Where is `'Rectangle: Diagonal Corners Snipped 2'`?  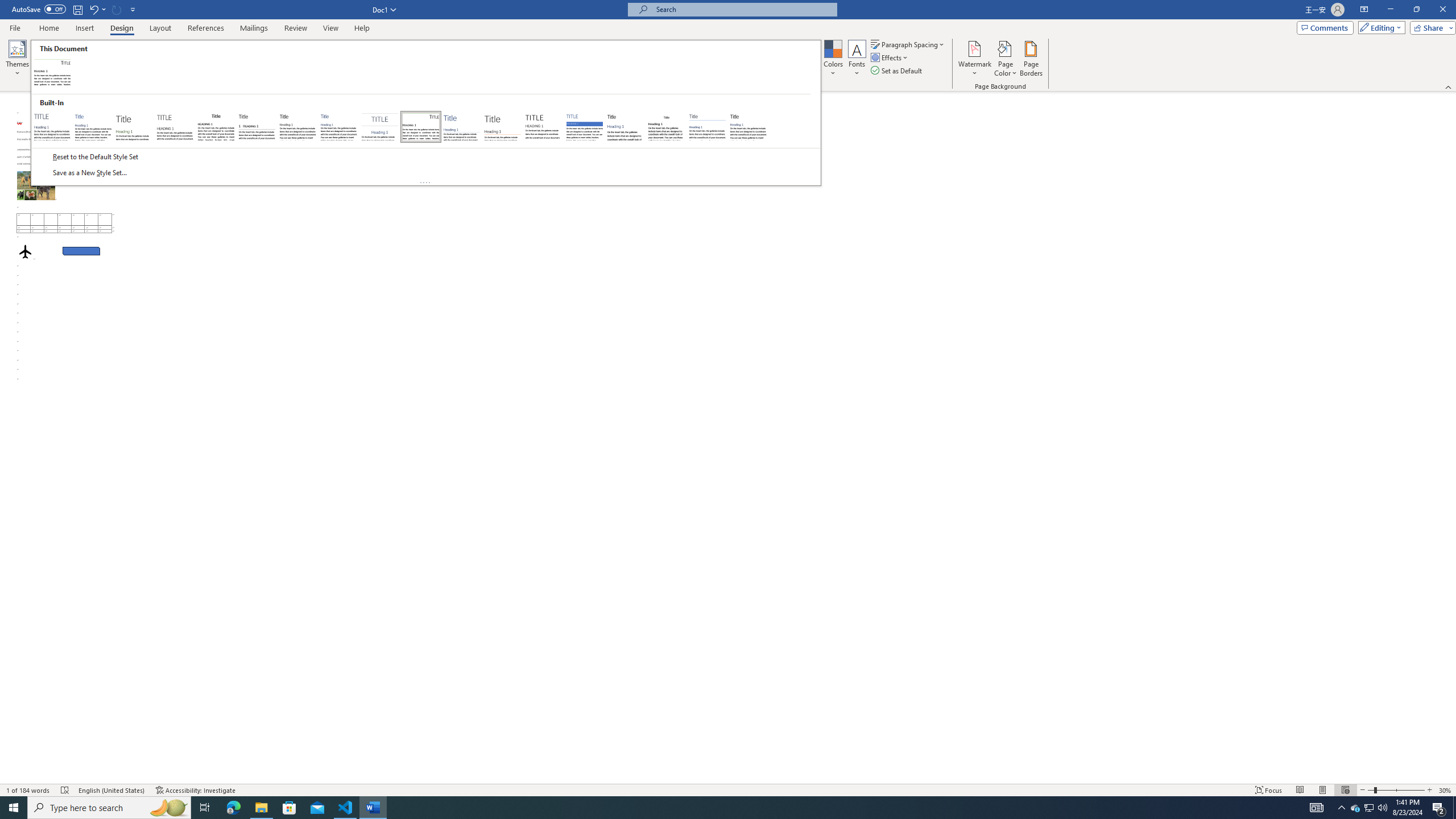
'Rectangle: Diagonal Corners Snipped 2' is located at coordinates (81, 250).